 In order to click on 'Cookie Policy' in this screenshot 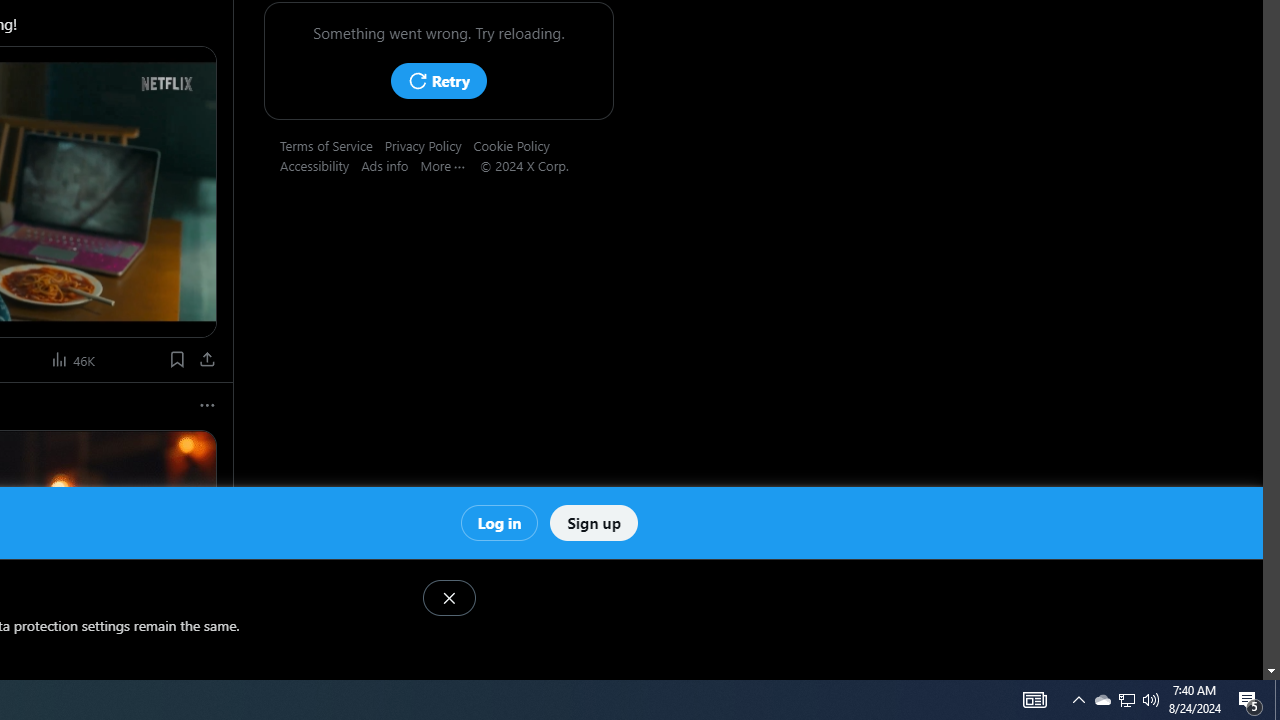, I will do `click(517, 144)`.